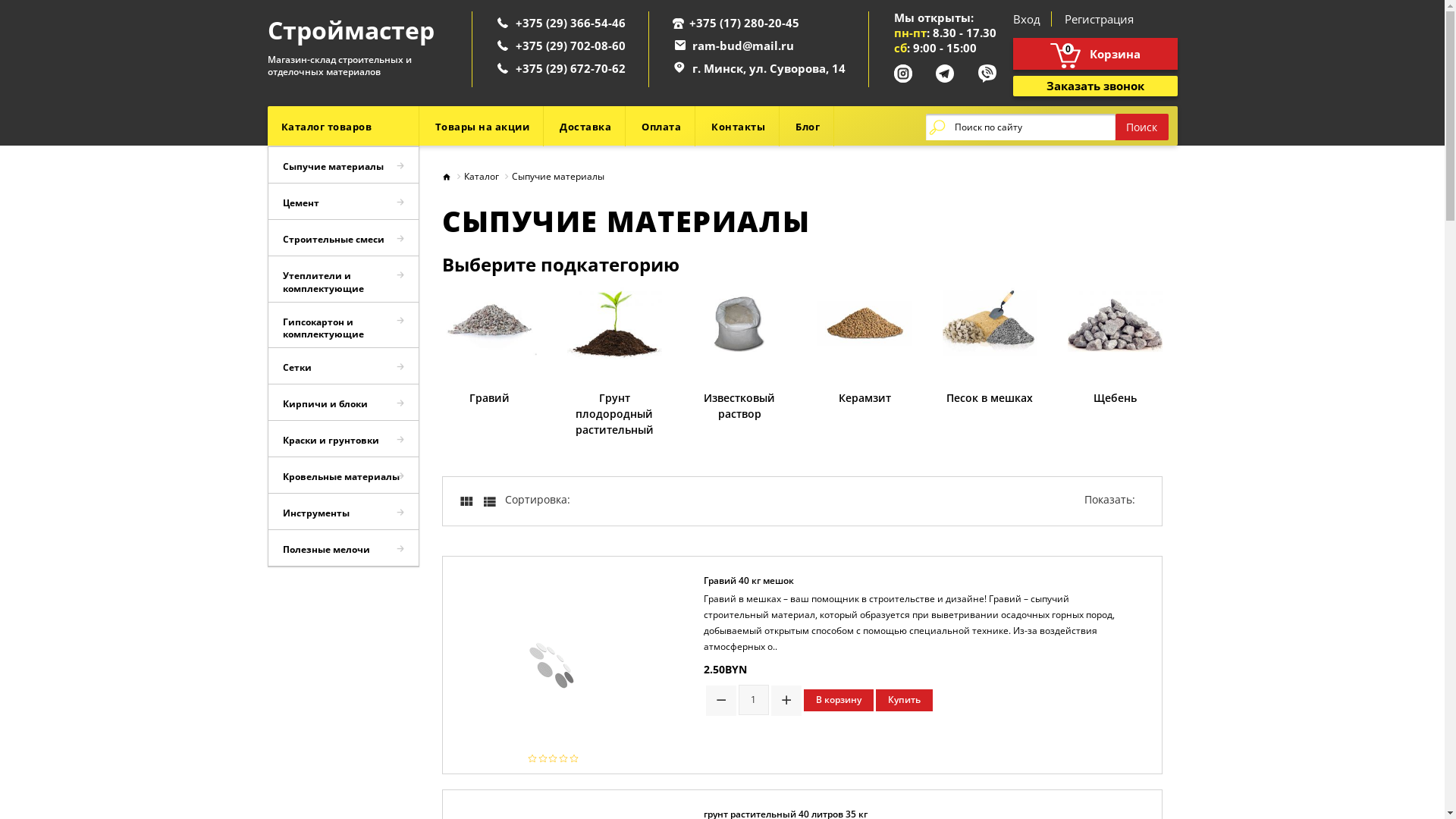  Describe the element at coordinates (687, 23) in the screenshot. I see `'+375 (17) 280-20-45'` at that location.